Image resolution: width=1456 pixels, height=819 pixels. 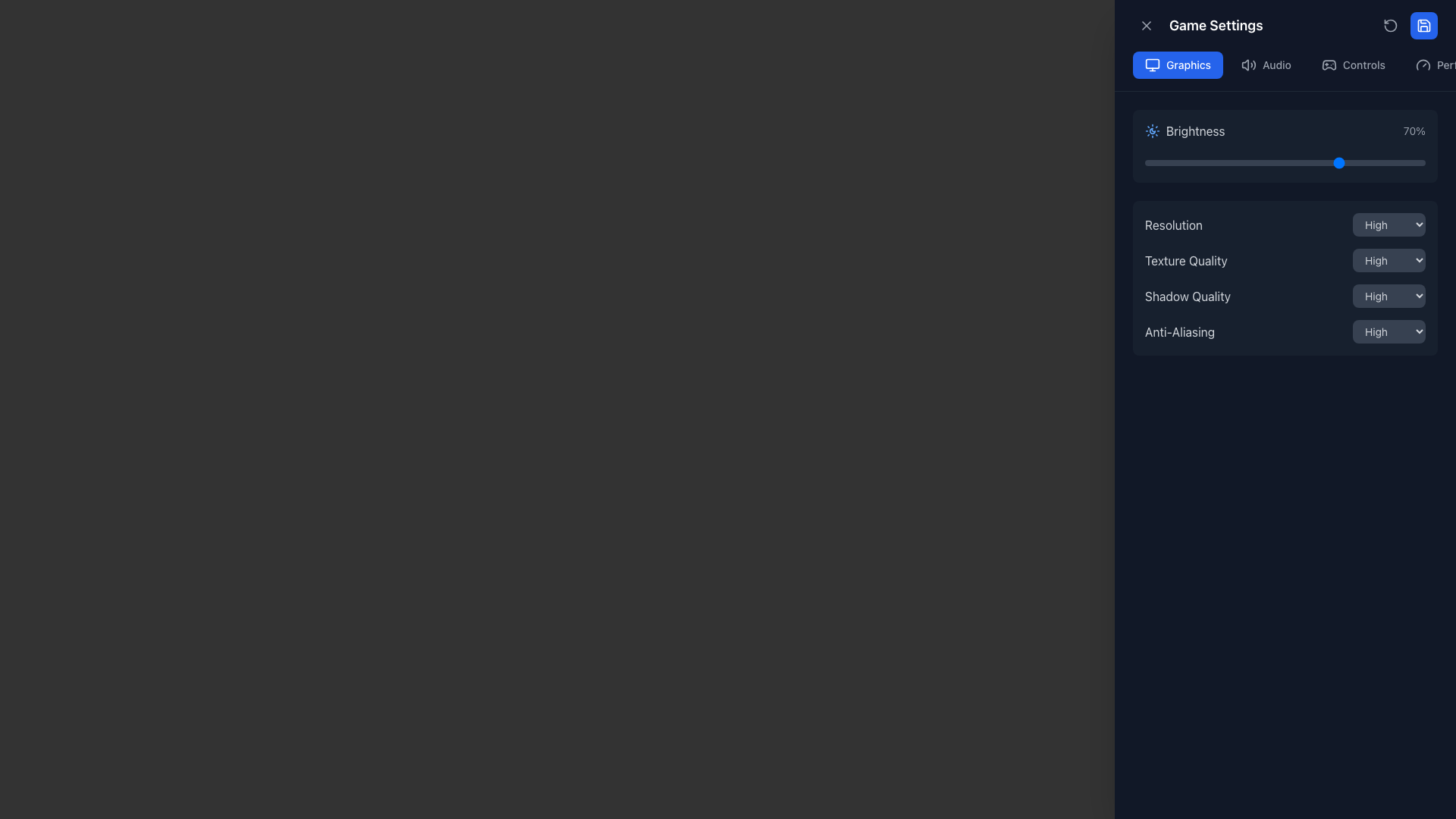 What do you see at coordinates (1284, 295) in the screenshot?
I see `the shadow quality dropdown menu in the graphics options, which is the third row below 'Texture Quality' and above 'Anti-Aliasing'` at bounding box center [1284, 295].